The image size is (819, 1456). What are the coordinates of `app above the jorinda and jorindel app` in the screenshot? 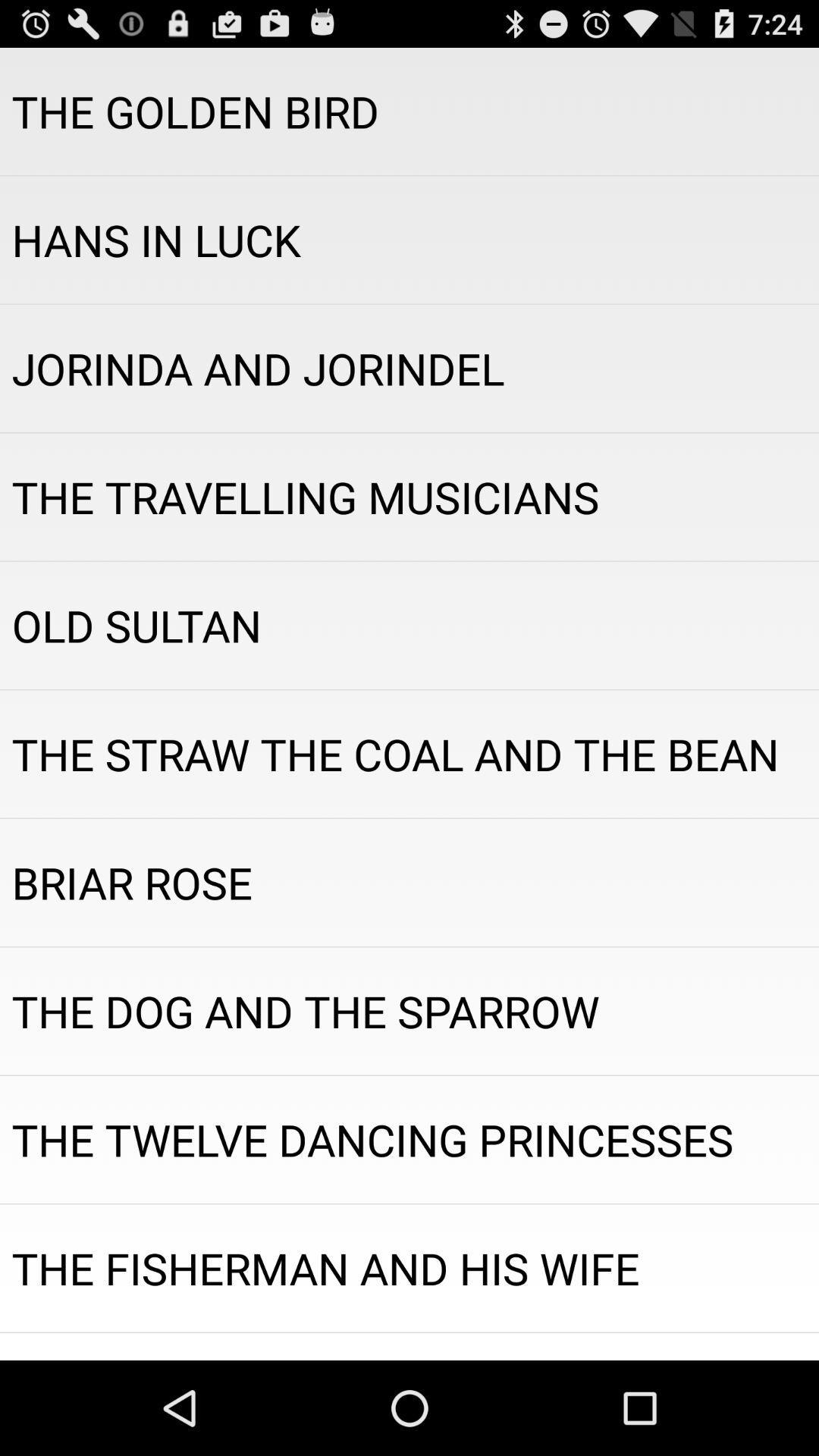 It's located at (409, 239).